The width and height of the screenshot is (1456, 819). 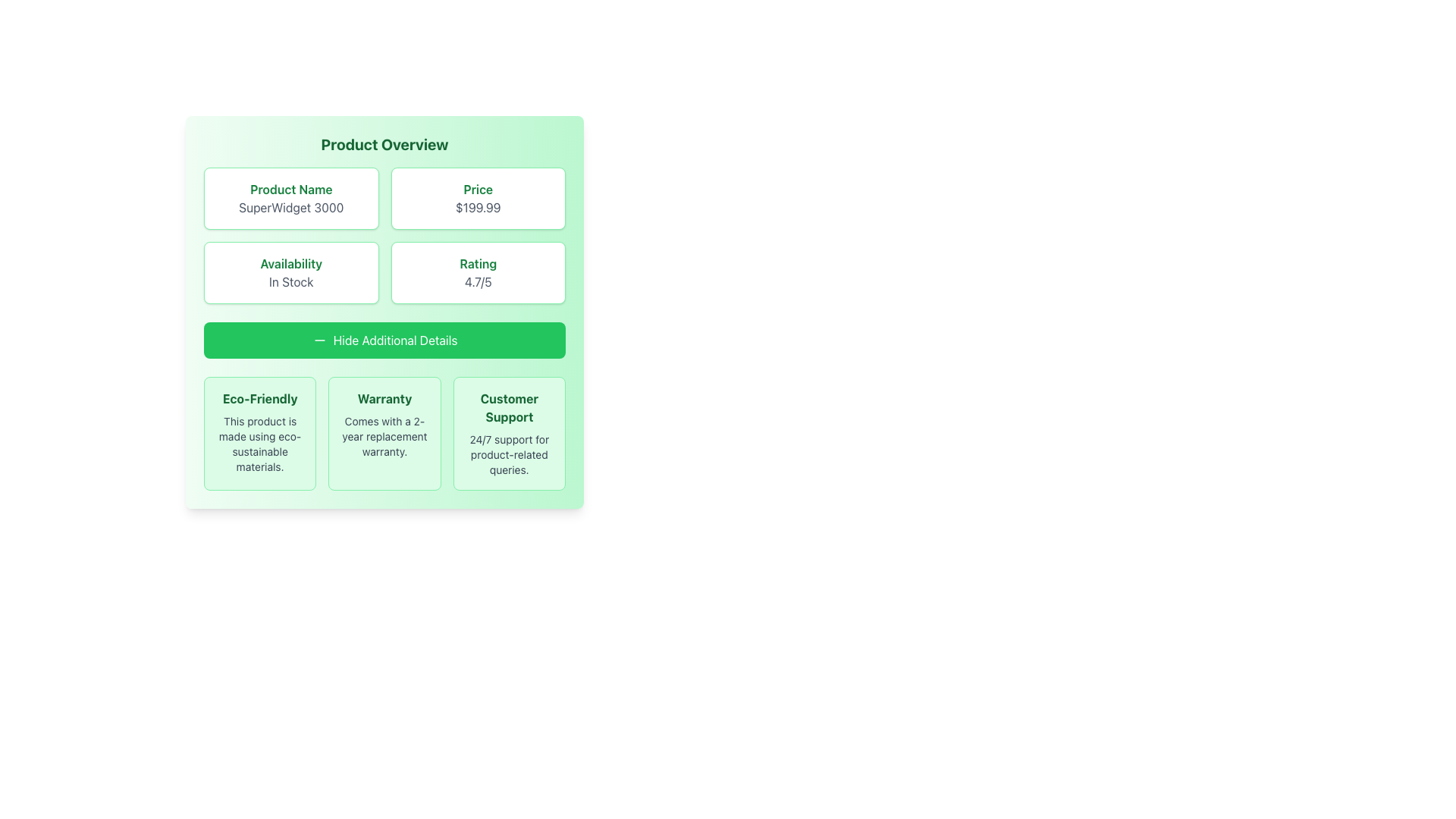 What do you see at coordinates (509, 454) in the screenshot?
I see `the text element reading '24/7 support for product-related queries.' located below the 'Customer Support' header in the green box` at bounding box center [509, 454].